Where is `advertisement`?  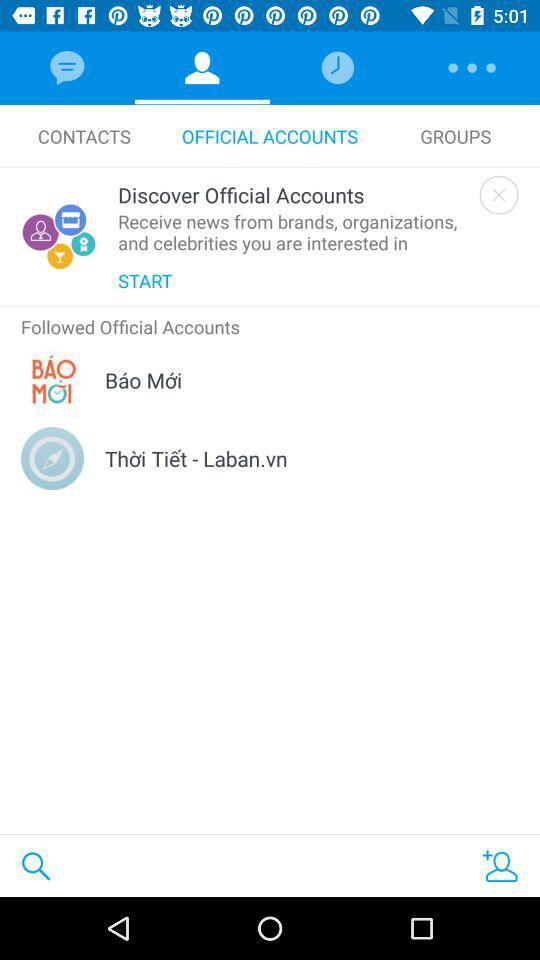 advertisement is located at coordinates (498, 195).